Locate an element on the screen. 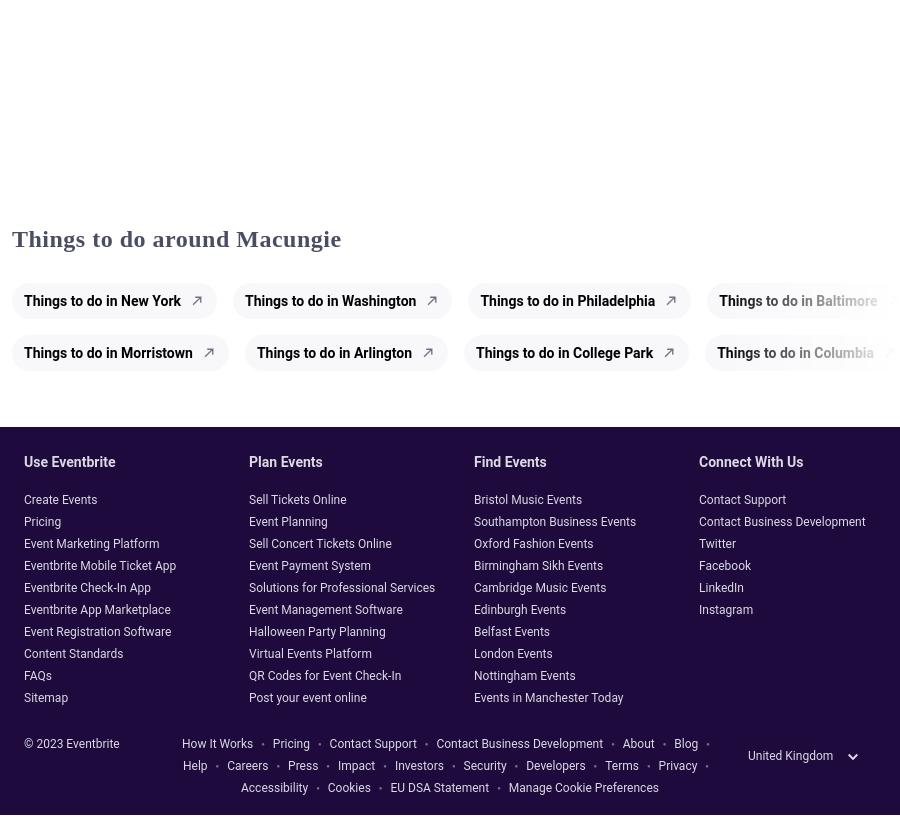 The width and height of the screenshot is (900, 833). 'Belfast Events' is located at coordinates (511, 630).